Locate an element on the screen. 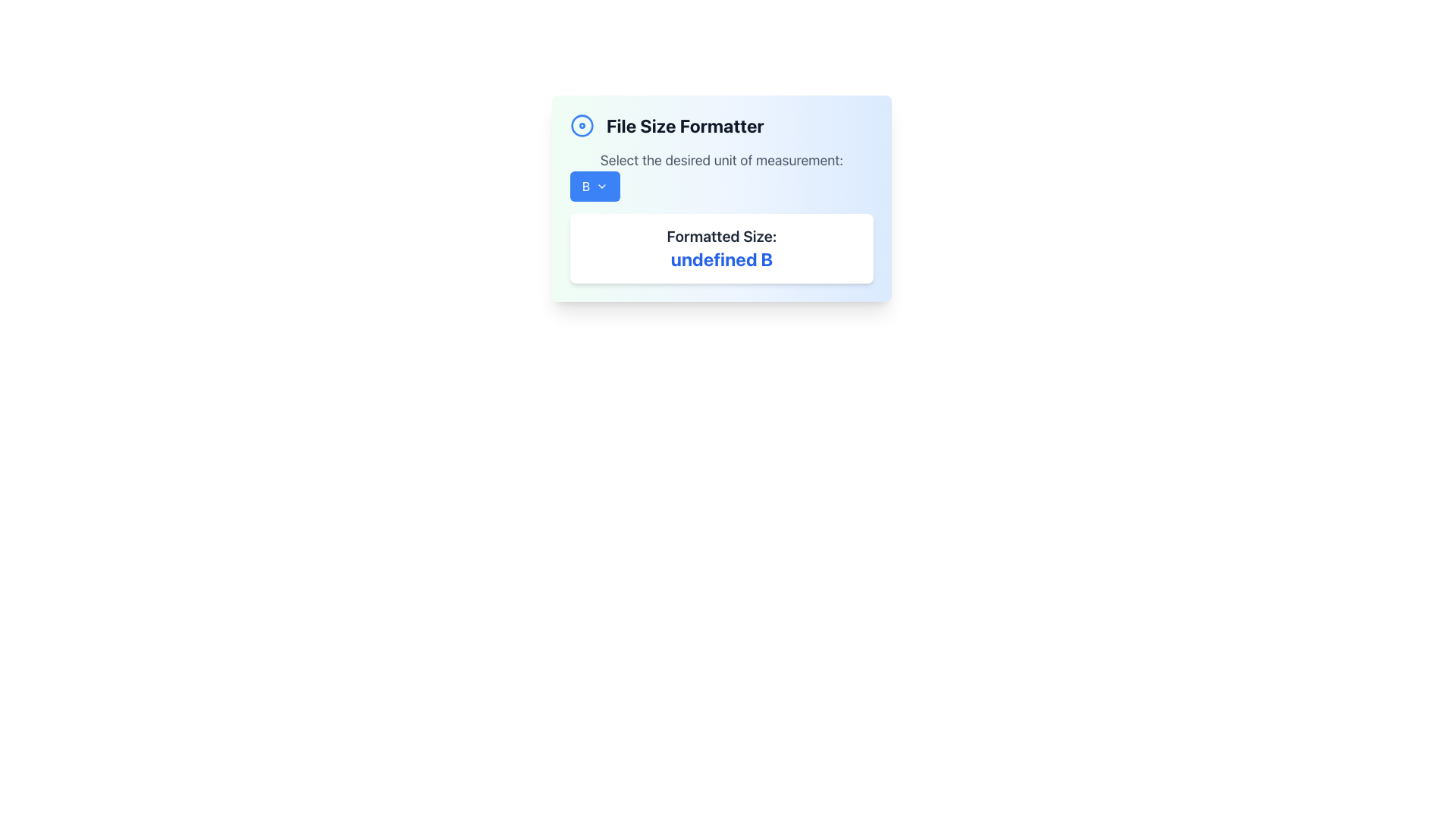 The width and height of the screenshot is (1456, 819). the chevron-down icon located on the rightmost side of the button labeled 'B', which has a blue background and white text is located at coordinates (601, 186).